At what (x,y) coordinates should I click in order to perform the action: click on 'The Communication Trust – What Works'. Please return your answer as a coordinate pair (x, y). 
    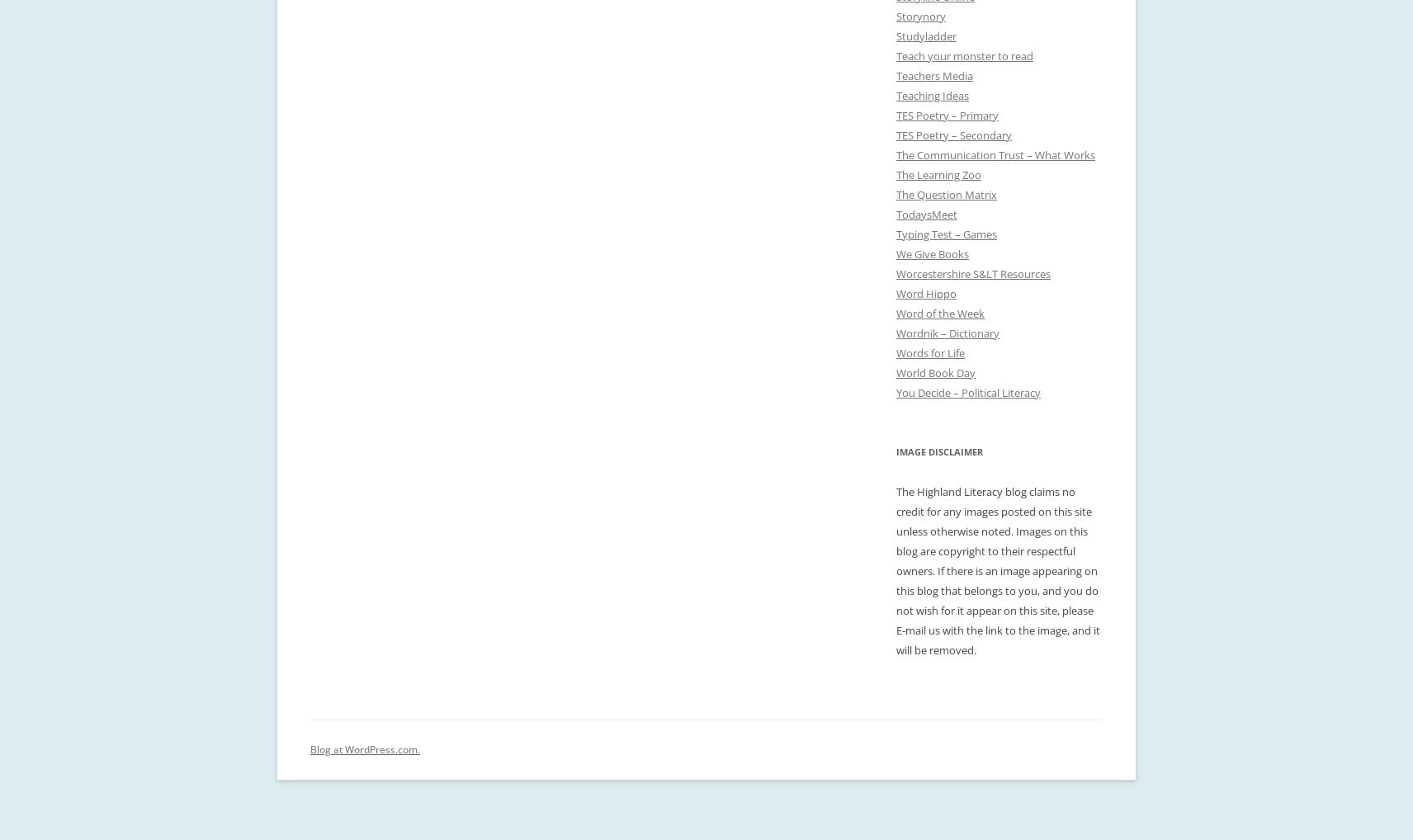
    Looking at the image, I should click on (995, 155).